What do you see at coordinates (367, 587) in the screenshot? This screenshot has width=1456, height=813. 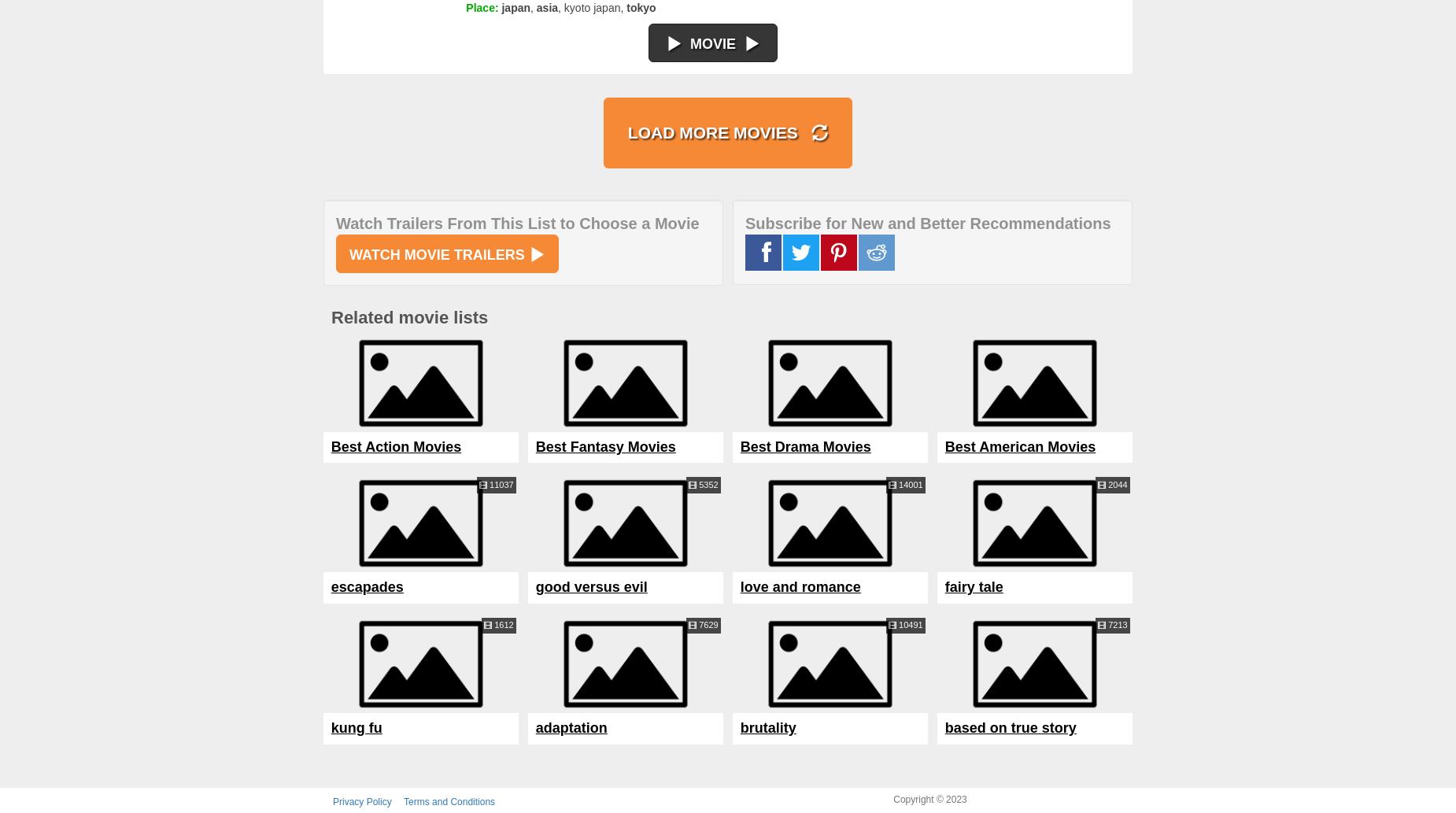 I see `'escapades'` at bounding box center [367, 587].